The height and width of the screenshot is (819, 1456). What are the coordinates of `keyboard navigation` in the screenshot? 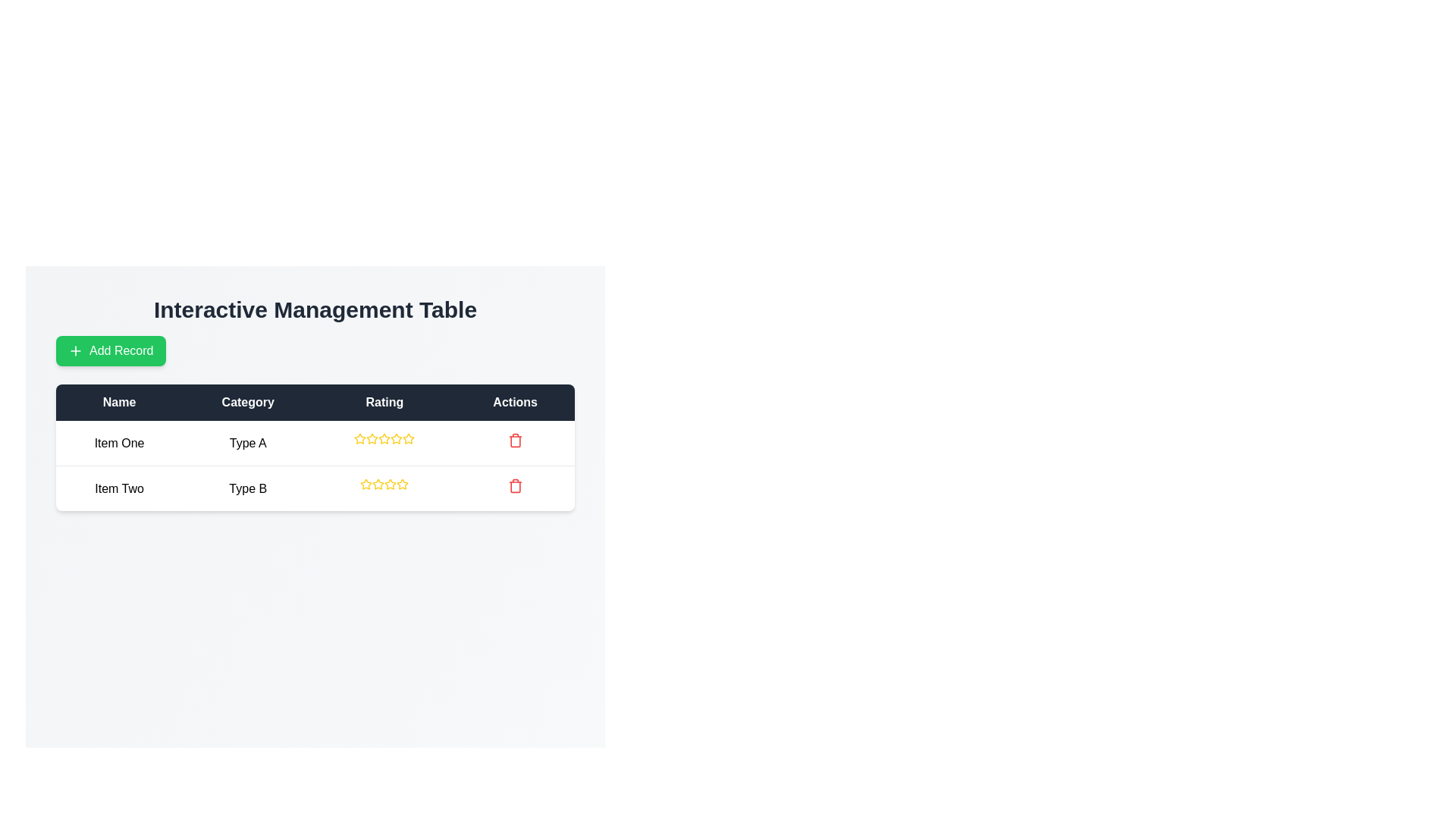 It's located at (359, 438).